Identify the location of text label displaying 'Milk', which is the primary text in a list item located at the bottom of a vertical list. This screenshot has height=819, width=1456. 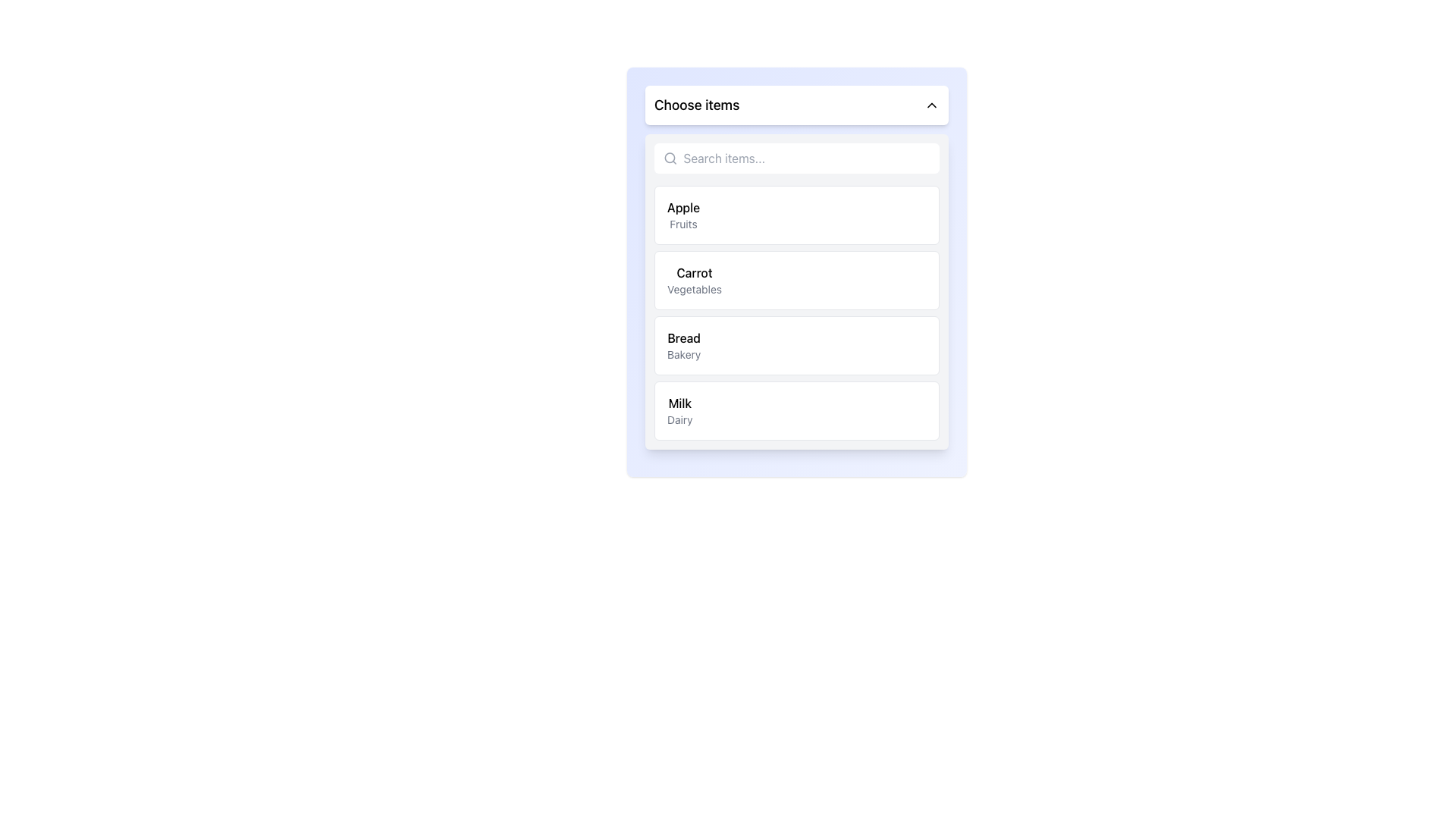
(679, 403).